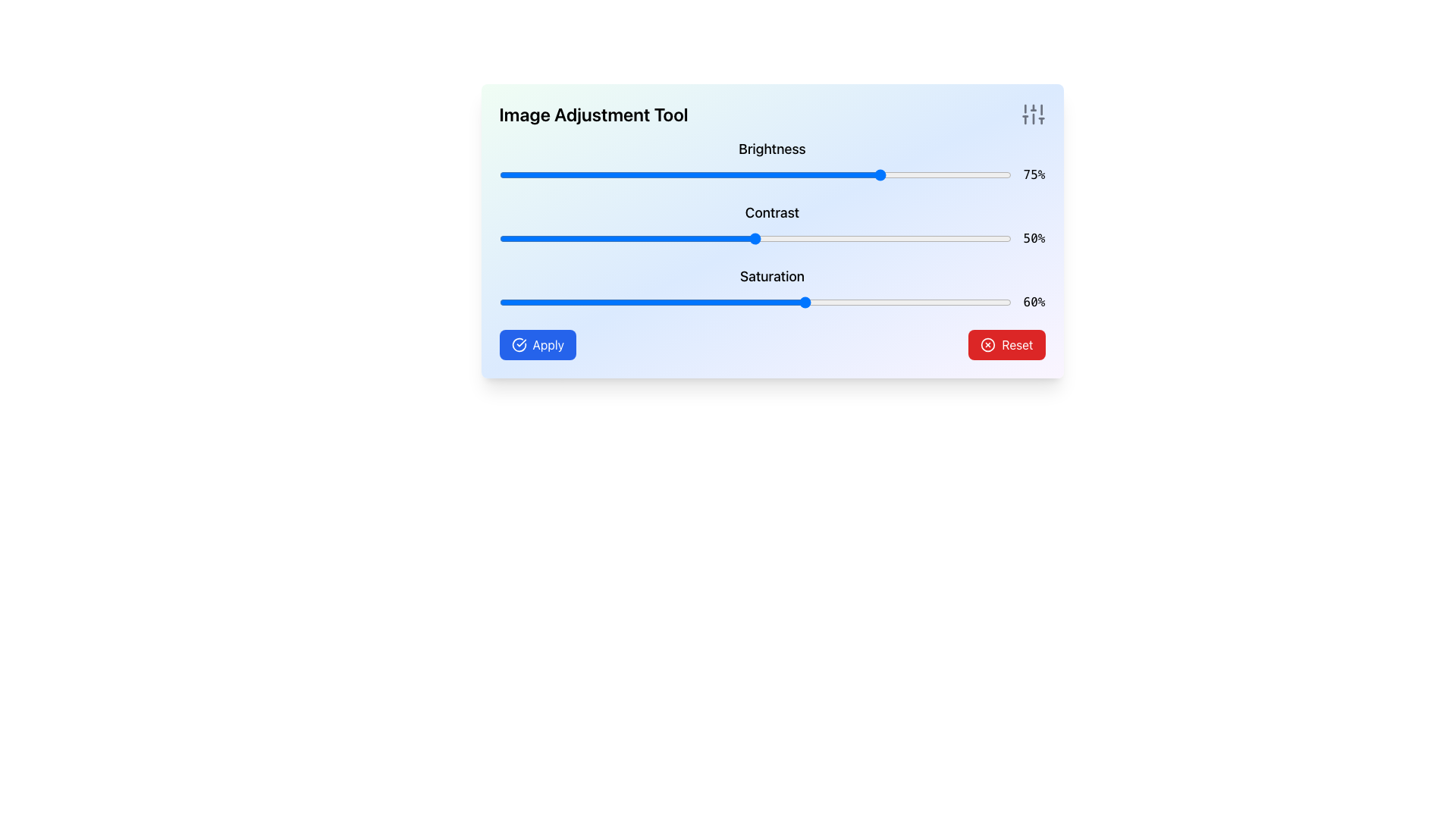 The image size is (1456, 819). What do you see at coordinates (538, 345) in the screenshot?
I see `the blue 'Apply' button with white text and a checkmark icon to apply changes` at bounding box center [538, 345].